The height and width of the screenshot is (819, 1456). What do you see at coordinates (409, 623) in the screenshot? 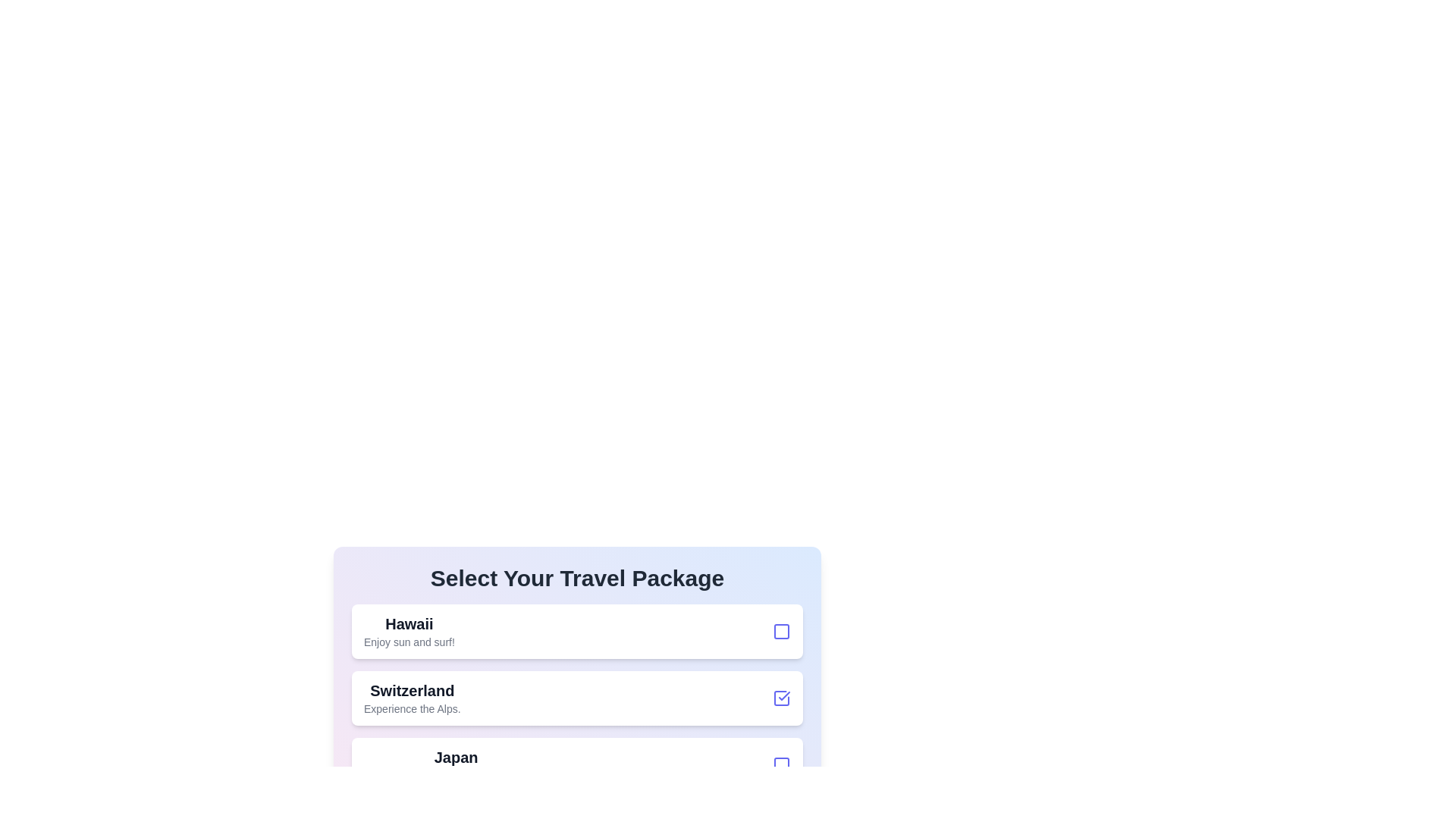
I see `the text of the travel package Hawaii to select it` at bounding box center [409, 623].